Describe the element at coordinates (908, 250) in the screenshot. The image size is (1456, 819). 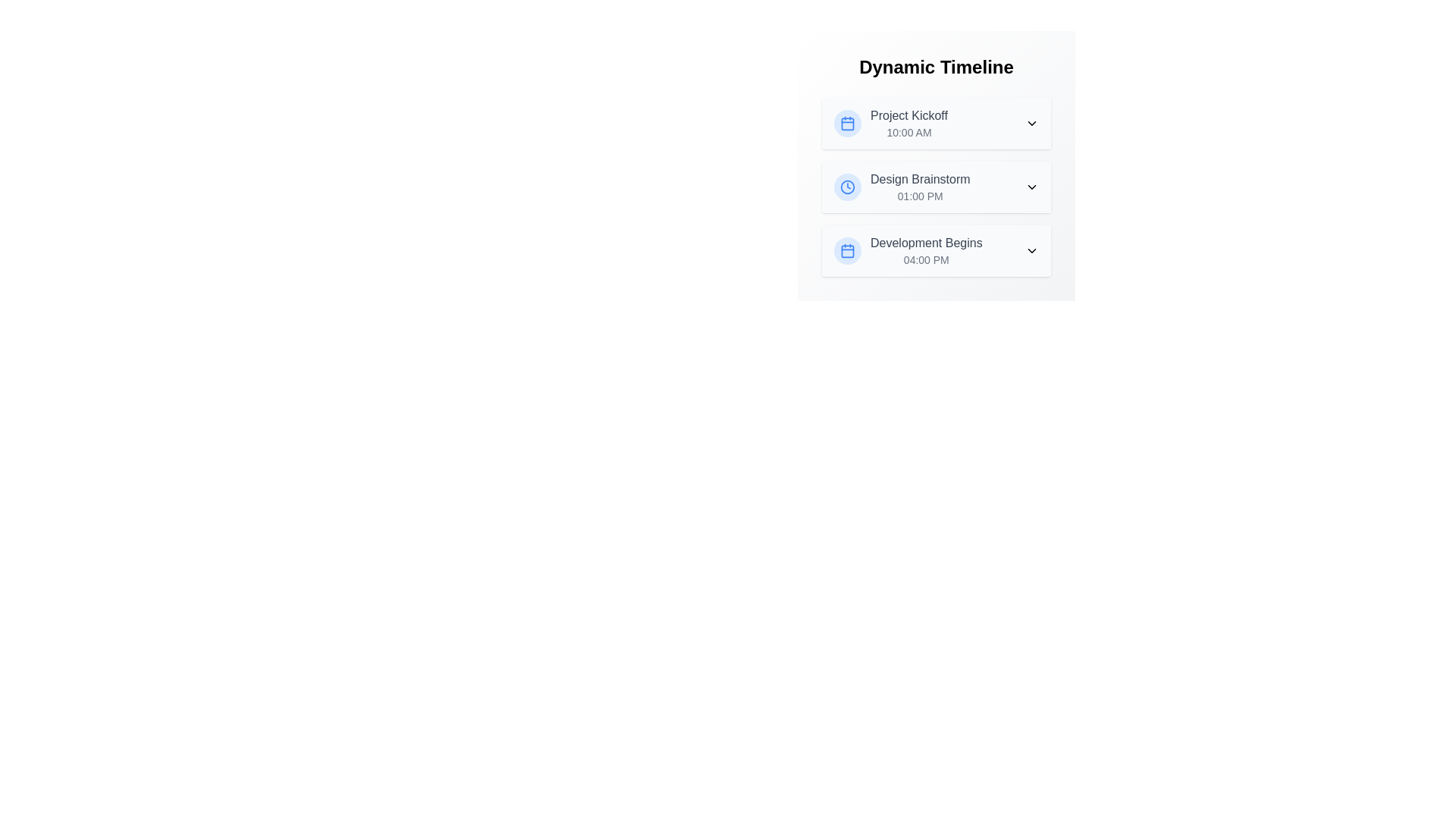
I see `the list item entry labeled 'Development Begins' with a calendar icon` at that location.